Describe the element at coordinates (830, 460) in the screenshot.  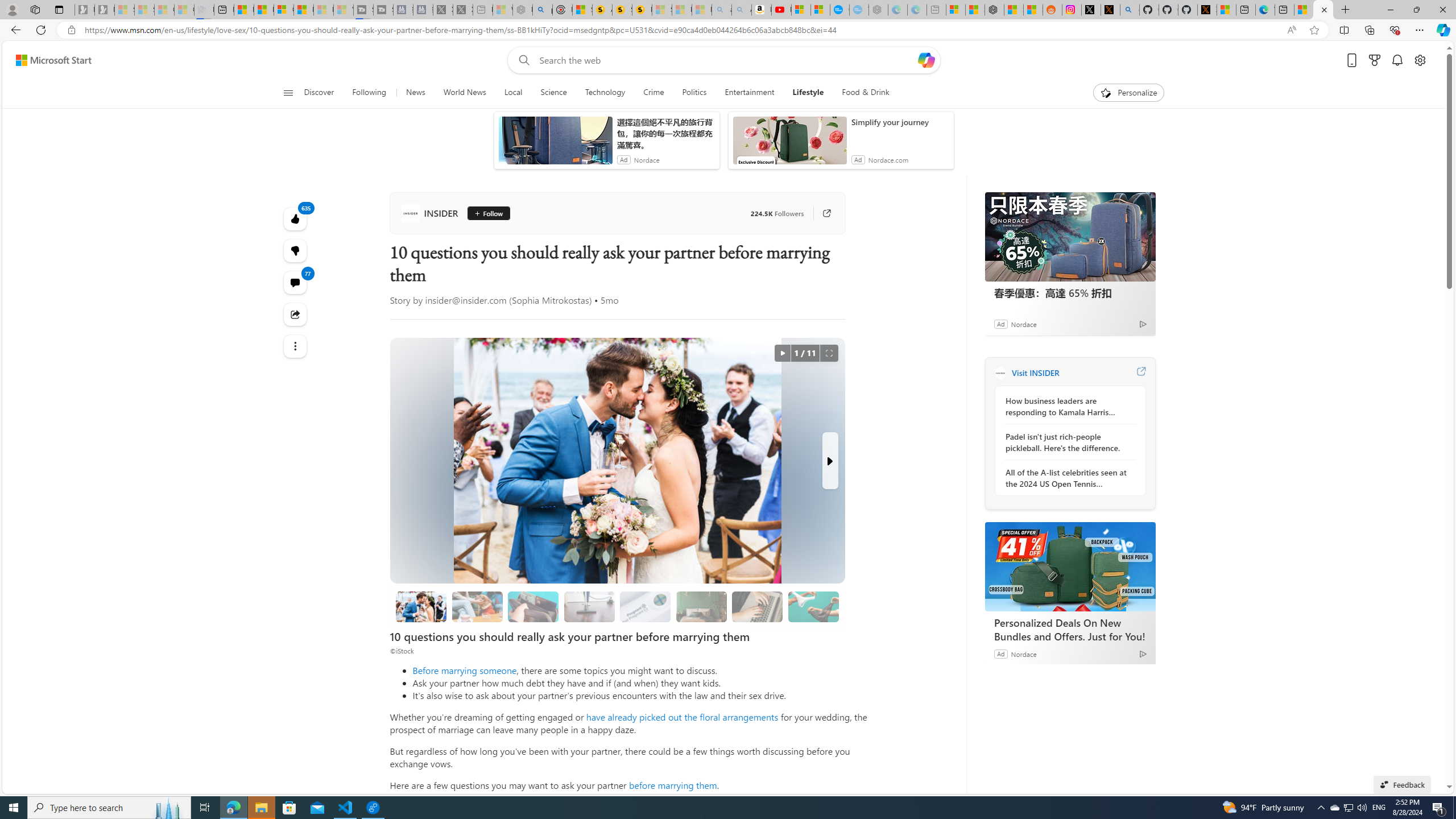
I see `'Next Slide'` at that location.